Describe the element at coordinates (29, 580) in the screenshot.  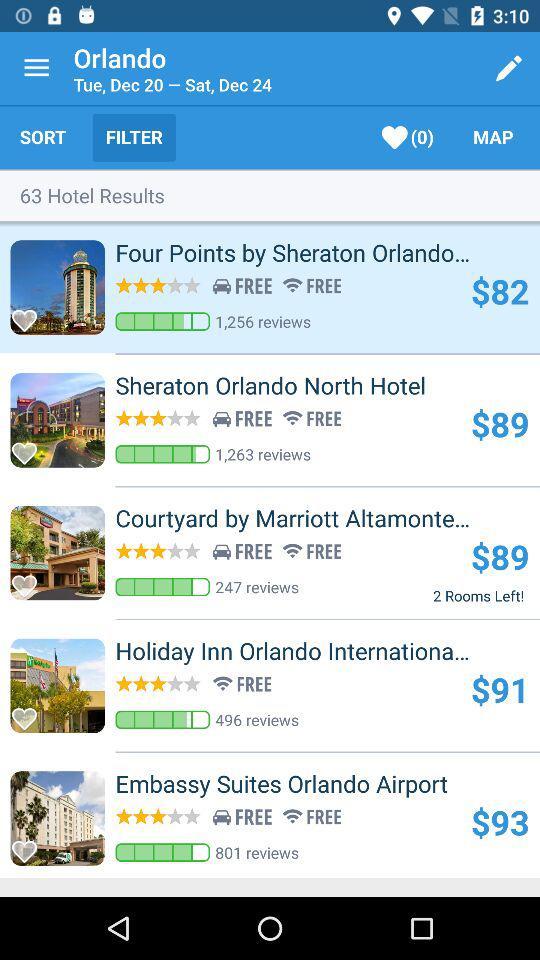
I see `to favorites` at that location.